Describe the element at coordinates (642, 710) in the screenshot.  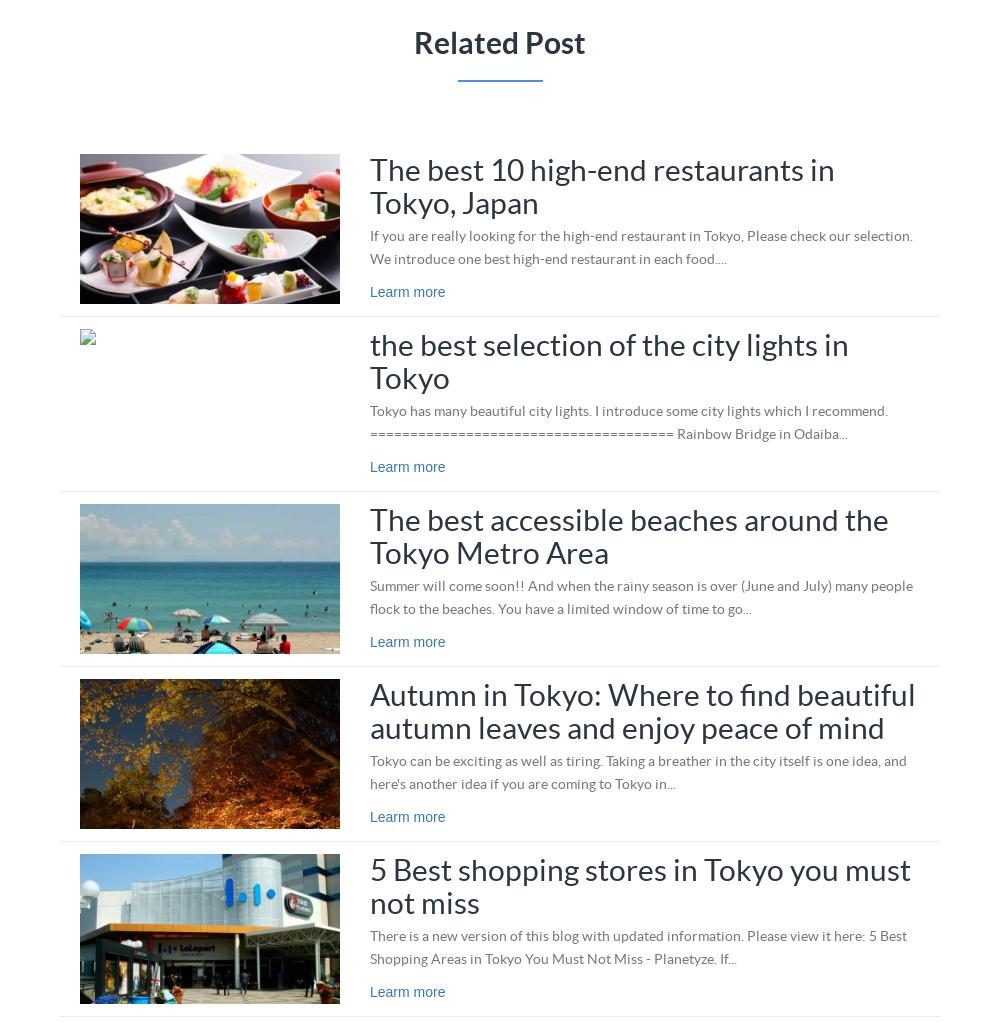
I see `'Autumn in Tokyo: Where to find beautiful autumn leaves and enjoy peace of mind'` at that location.